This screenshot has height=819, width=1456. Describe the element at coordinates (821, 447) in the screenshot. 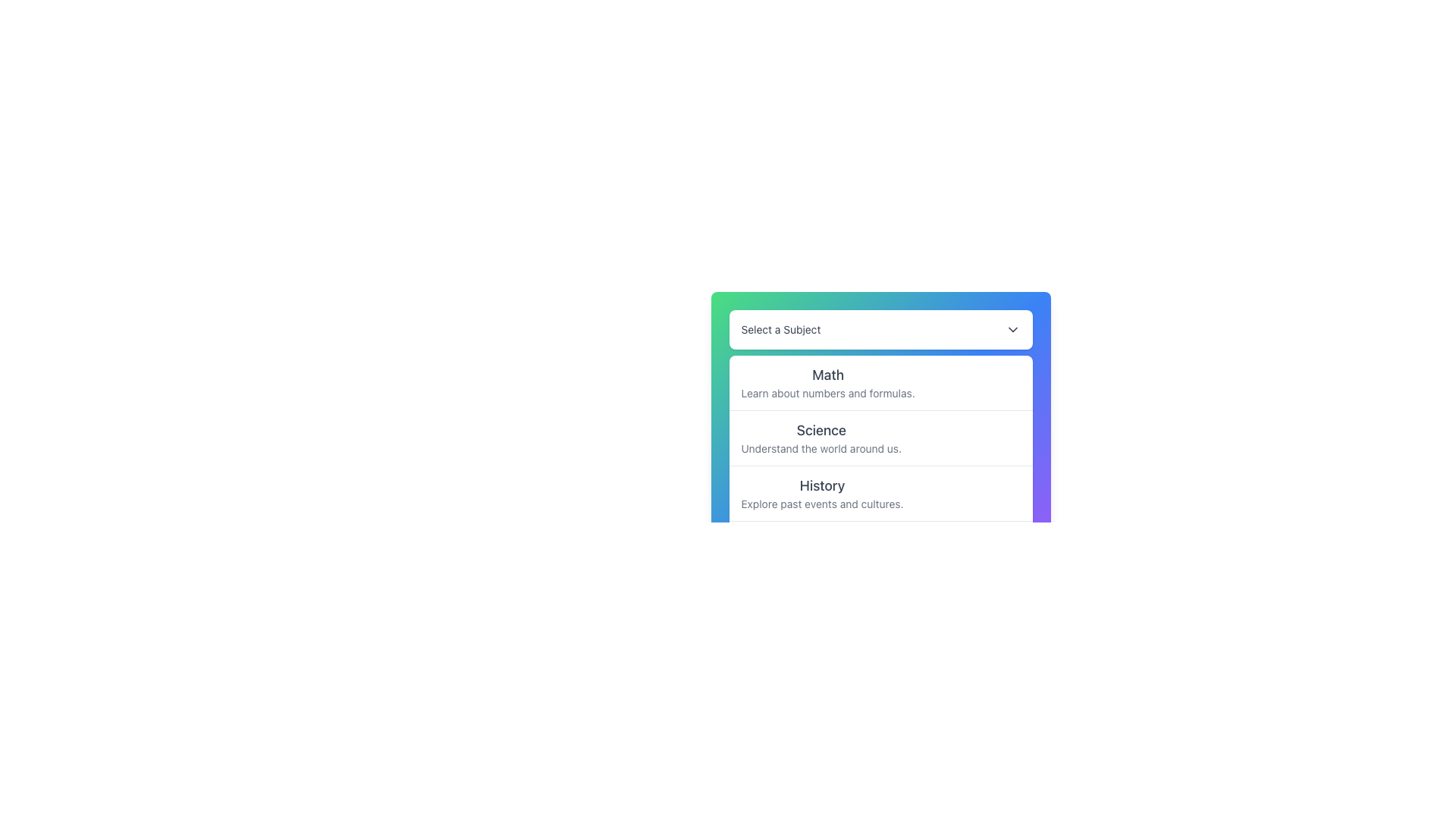

I see `descriptive text label "Understand the world around us." located below the title "Science"` at that location.